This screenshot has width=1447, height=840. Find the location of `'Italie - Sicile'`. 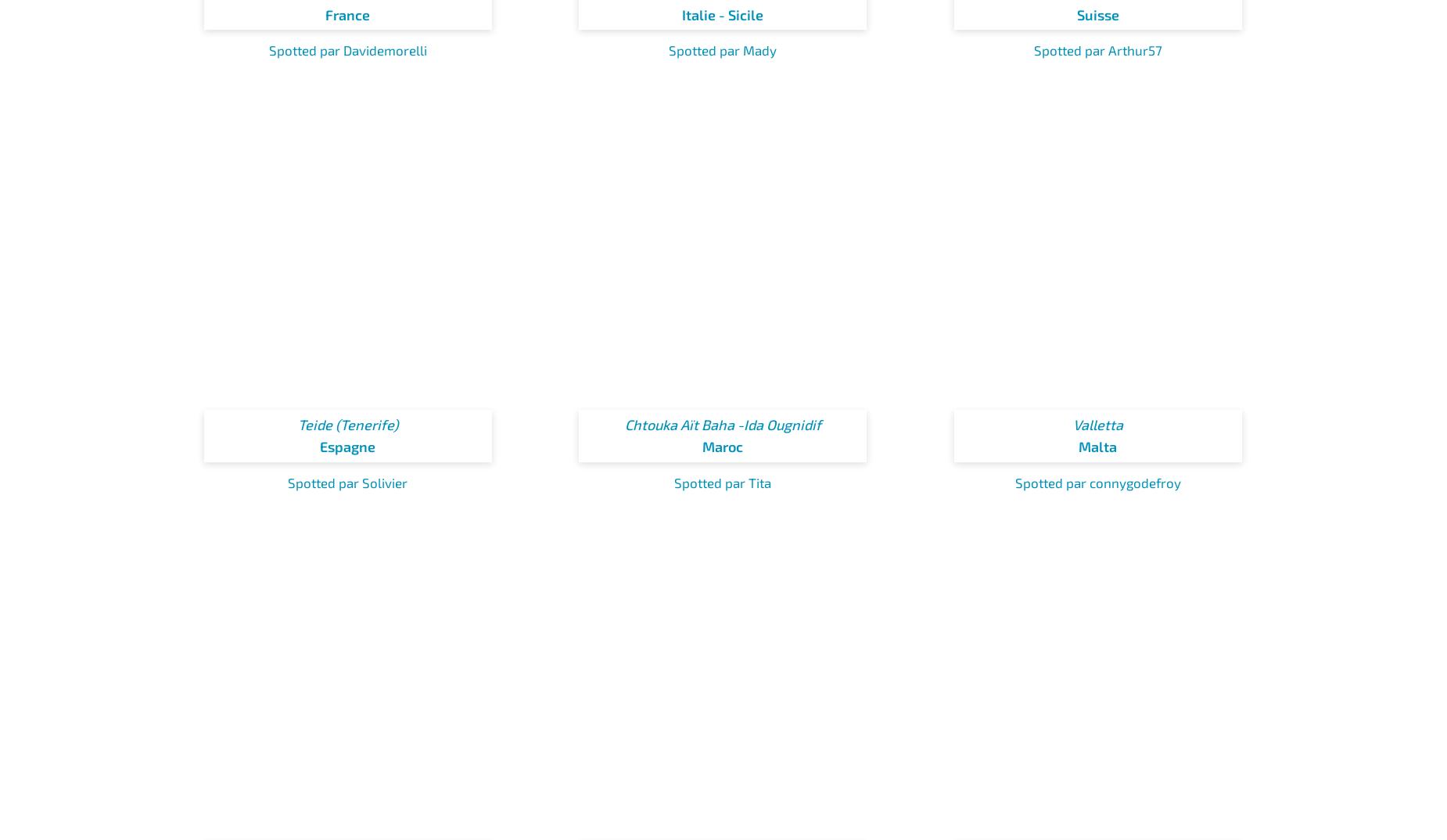

'Italie - Sicile' is located at coordinates (723, 13).